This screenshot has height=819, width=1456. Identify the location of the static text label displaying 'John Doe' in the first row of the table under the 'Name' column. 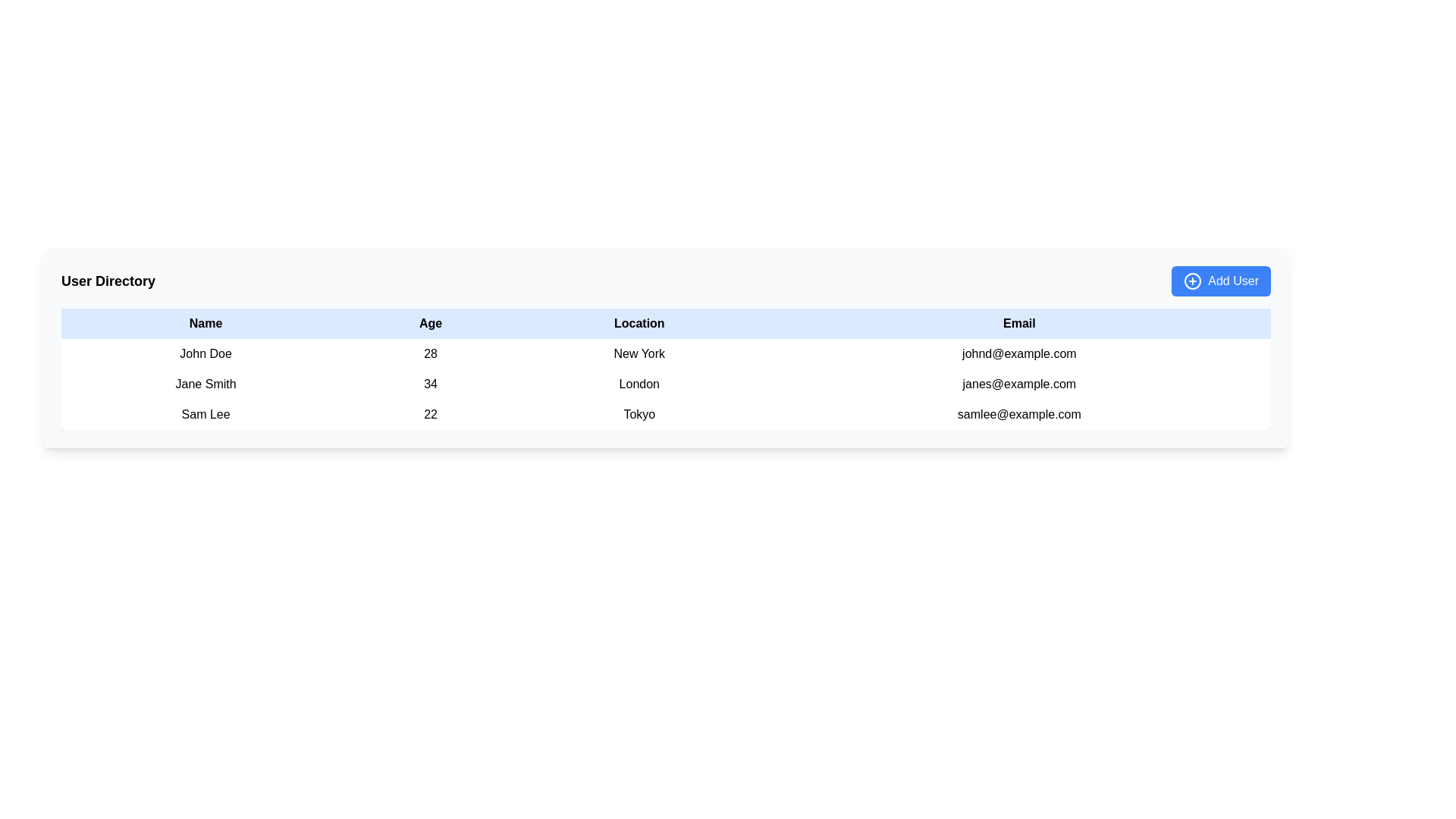
(205, 353).